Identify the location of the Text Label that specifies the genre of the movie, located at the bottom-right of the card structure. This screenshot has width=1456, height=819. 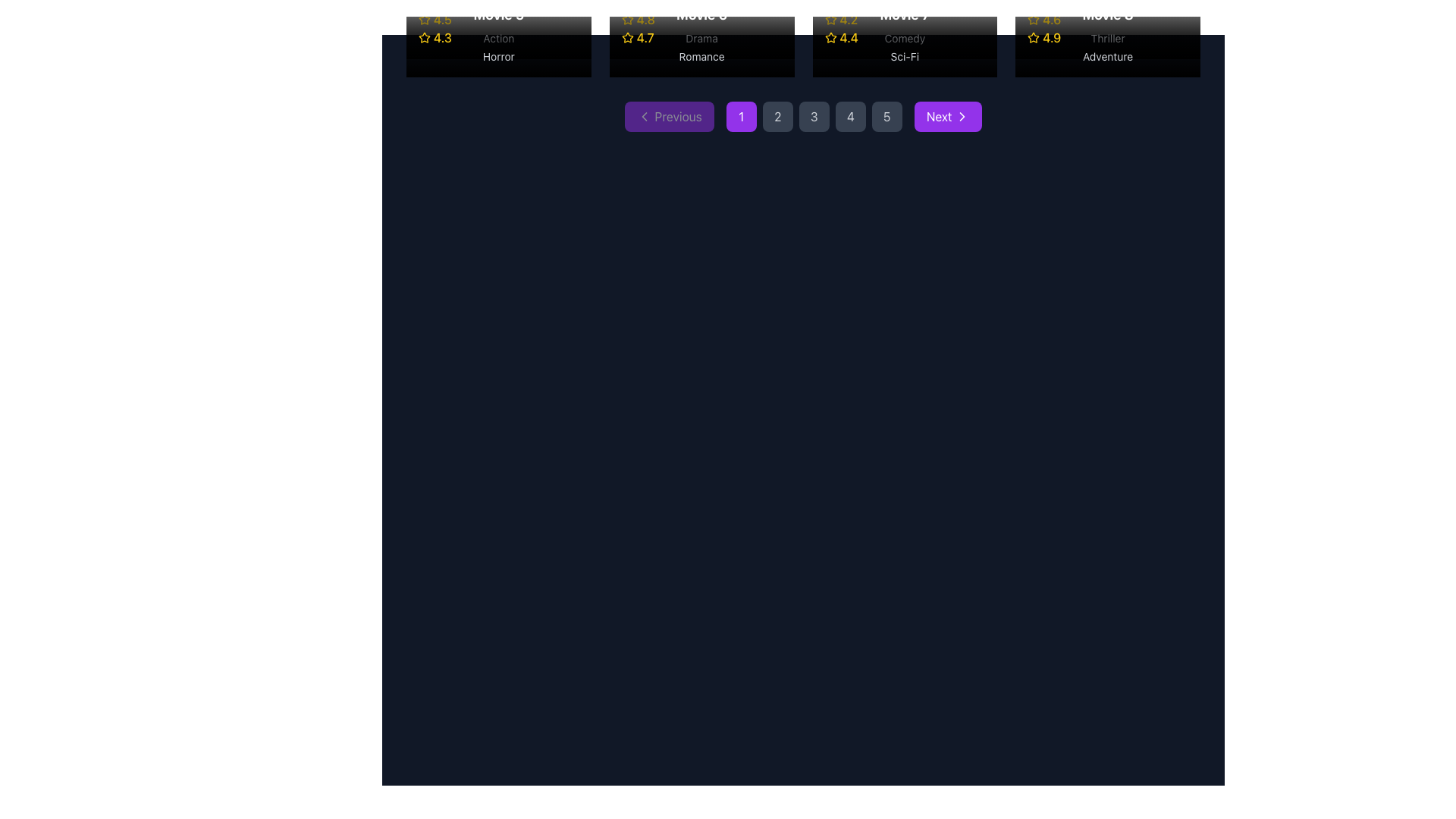
(905, 37).